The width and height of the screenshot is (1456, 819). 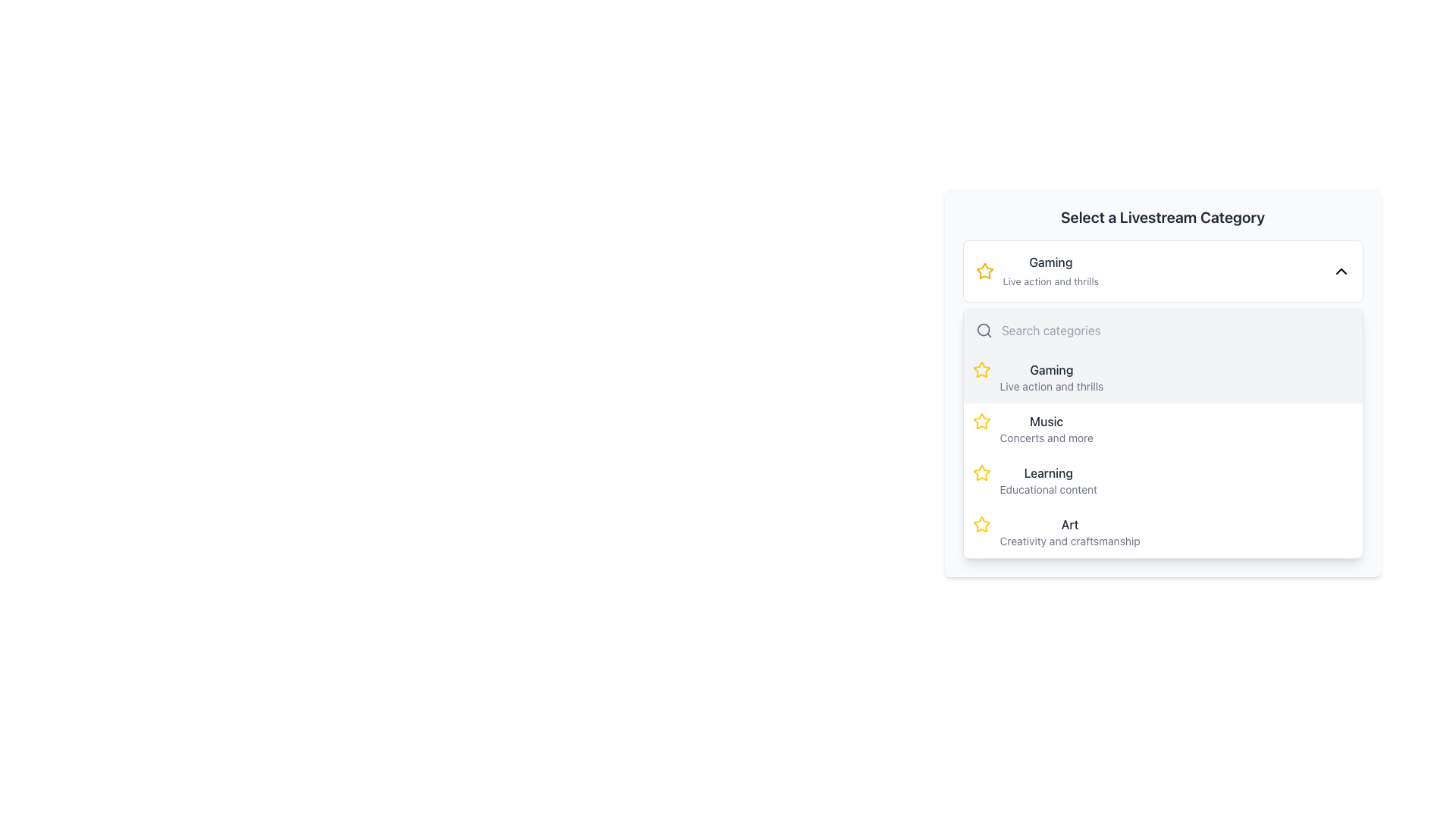 What do you see at coordinates (1050, 376) in the screenshot?
I see `the 'Gaming' label with subtext 'Live action and thrills' which is the second option under 'Select a Livestream Category'` at bounding box center [1050, 376].